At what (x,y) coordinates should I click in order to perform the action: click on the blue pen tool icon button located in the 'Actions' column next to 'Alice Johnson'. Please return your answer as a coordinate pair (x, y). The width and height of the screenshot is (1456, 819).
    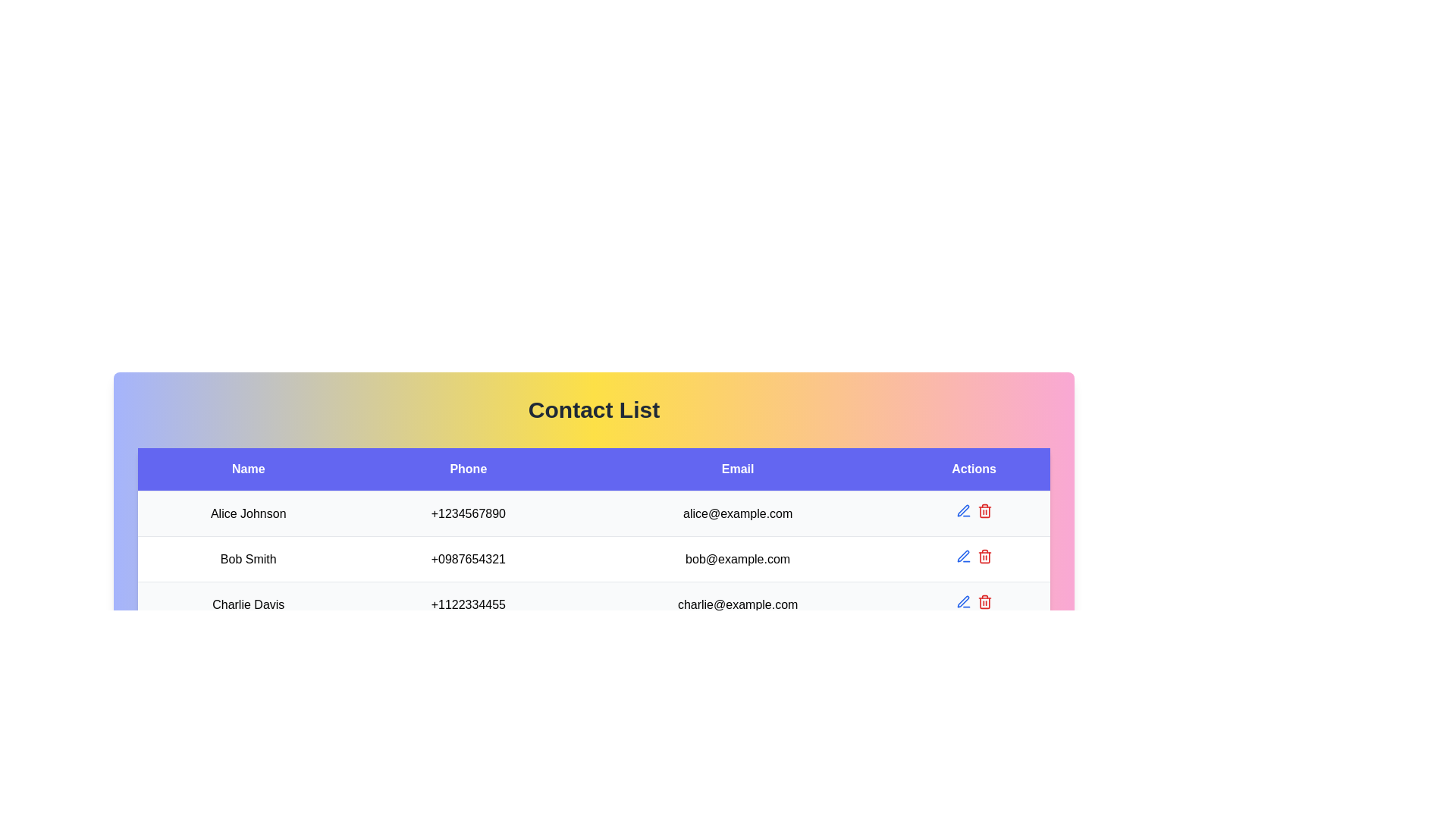
    Looking at the image, I should click on (962, 601).